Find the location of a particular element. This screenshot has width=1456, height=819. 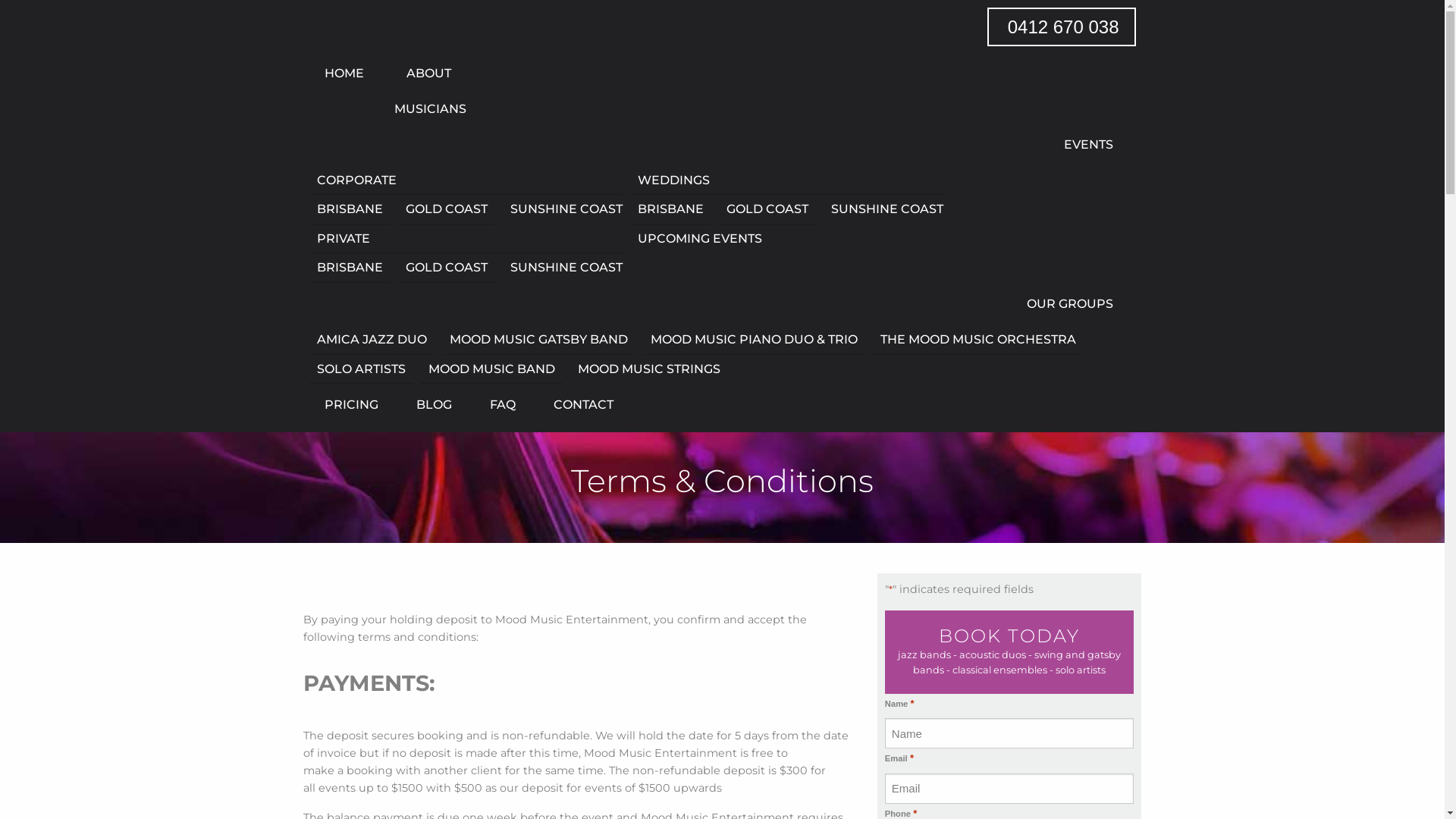

'PRICING' is located at coordinates (350, 403).